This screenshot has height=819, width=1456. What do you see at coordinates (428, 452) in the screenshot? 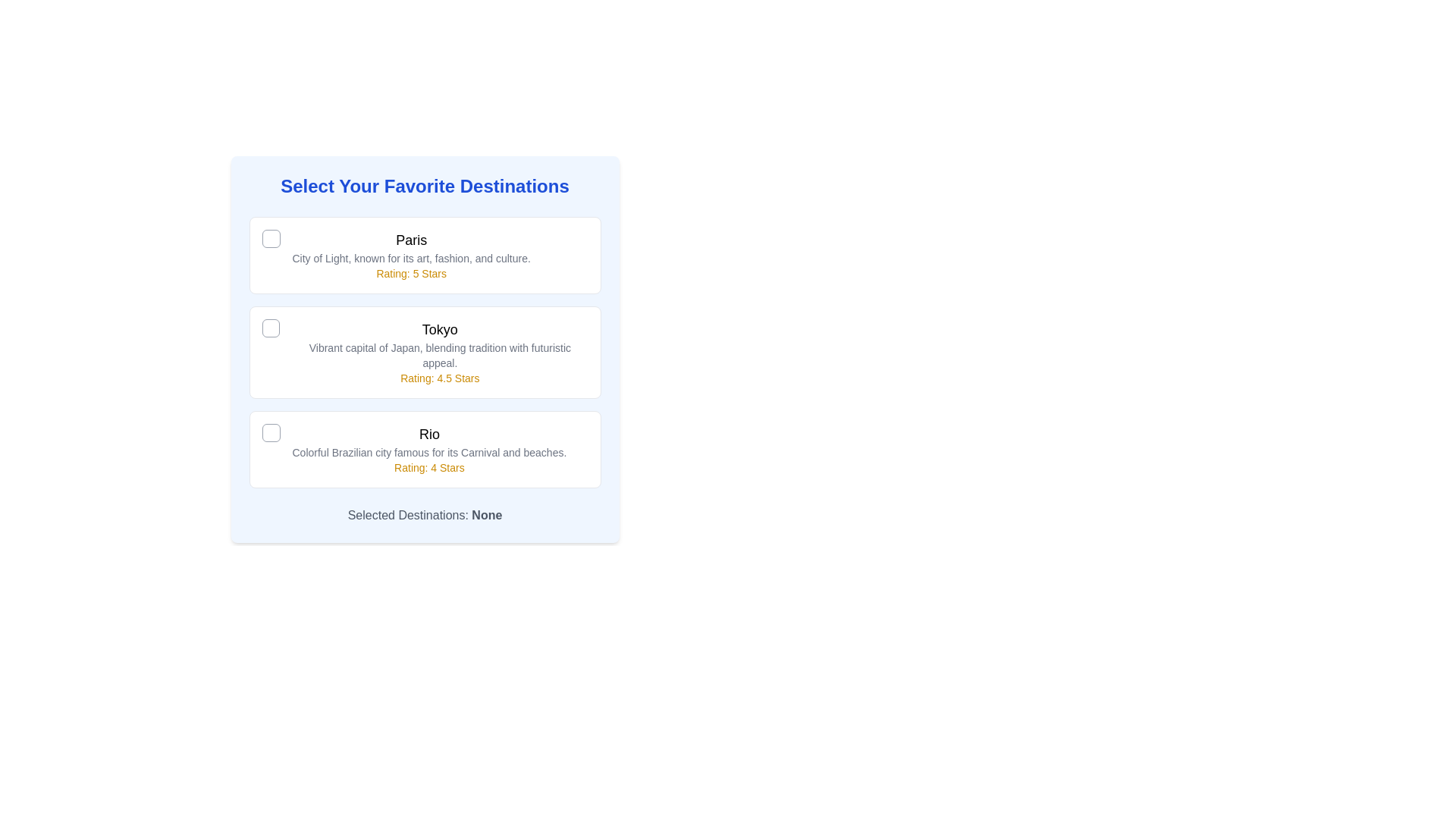
I see `the static text block containing the phrase 'Colorful Brazilian city famous for its Carnival and beaches.', which is styled with smaller-sized muted gray text and is positioned beneath the 'Rio' label` at bounding box center [428, 452].